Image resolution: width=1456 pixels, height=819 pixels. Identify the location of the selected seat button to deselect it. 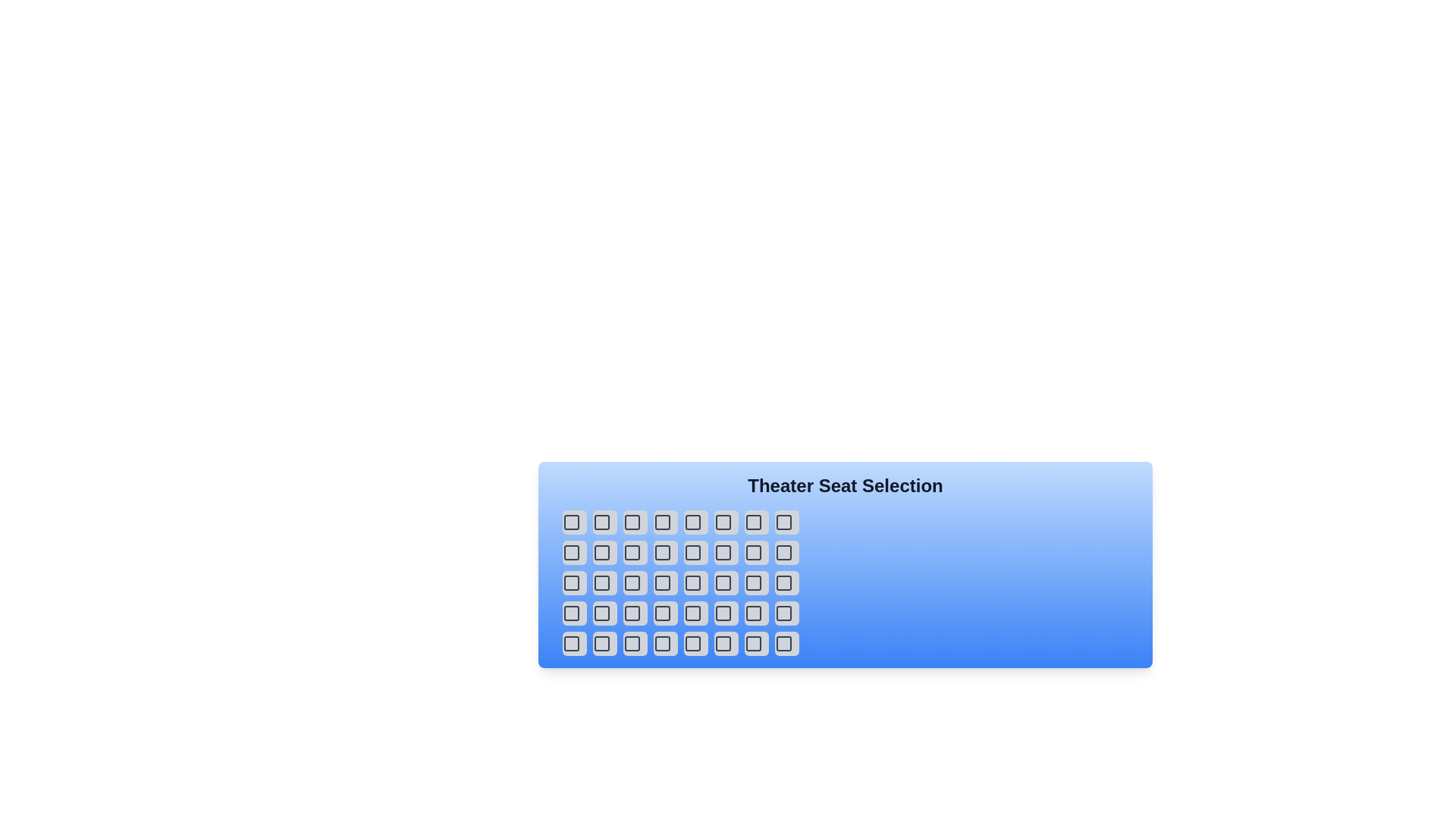
(574, 522).